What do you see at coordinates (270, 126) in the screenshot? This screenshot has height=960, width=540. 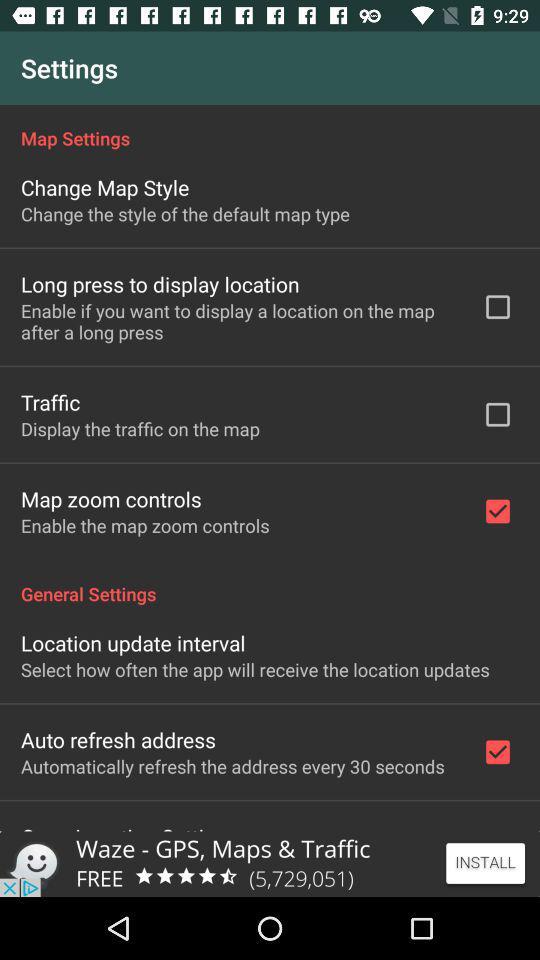 I see `the map settings app` at bounding box center [270, 126].